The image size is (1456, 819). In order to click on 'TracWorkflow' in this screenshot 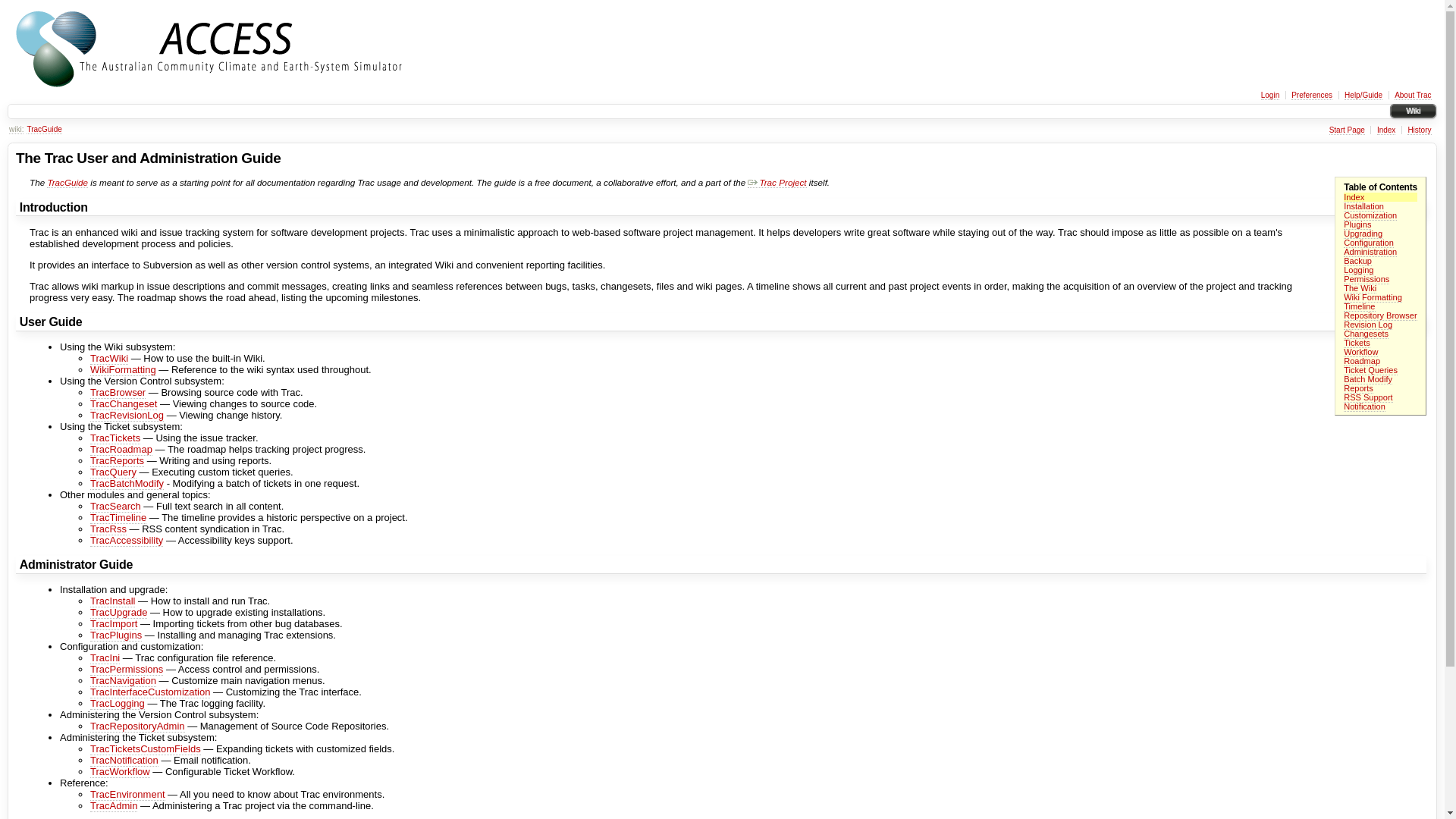, I will do `click(119, 772)`.